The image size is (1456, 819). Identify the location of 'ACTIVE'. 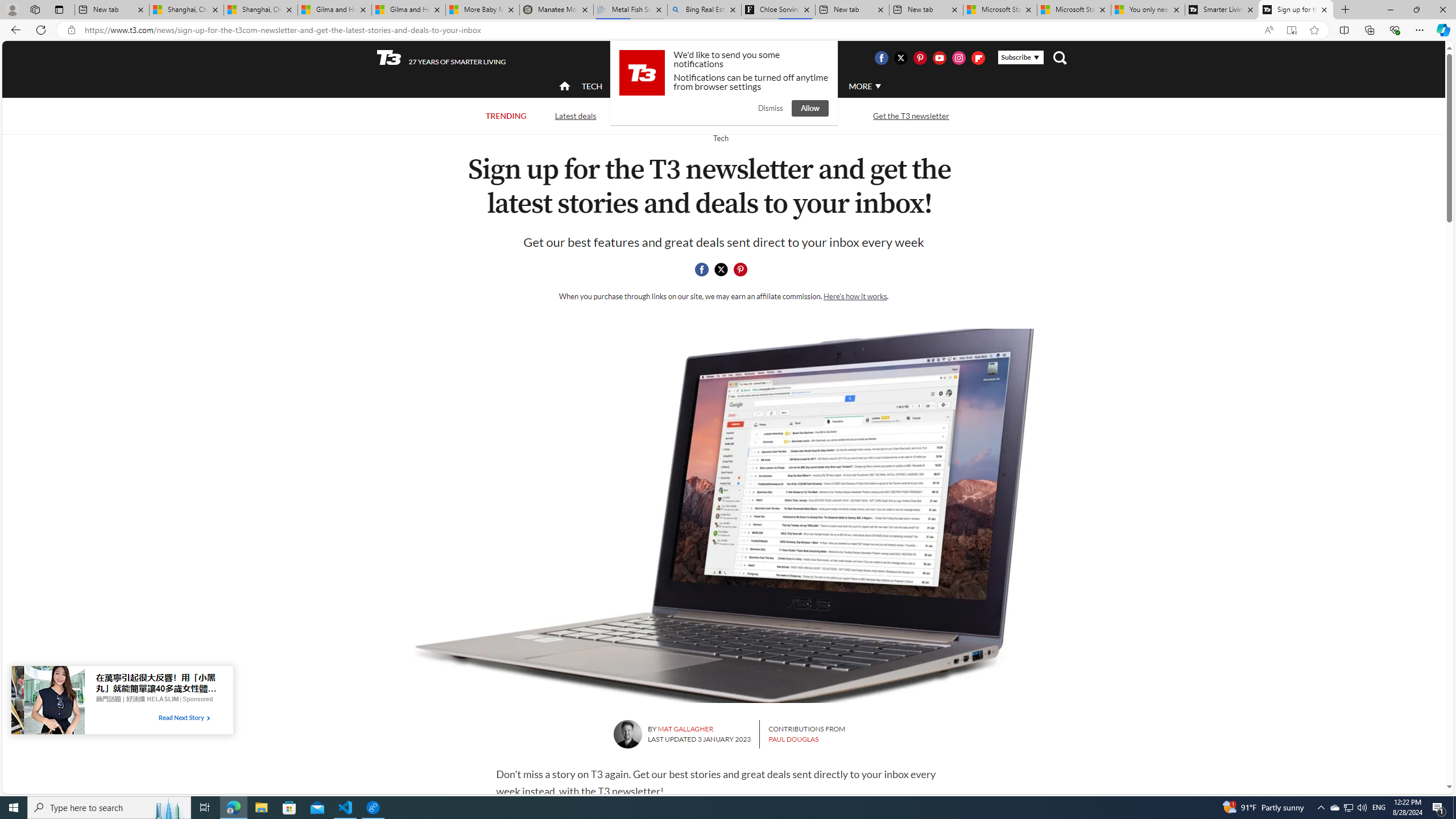
(638, 85).